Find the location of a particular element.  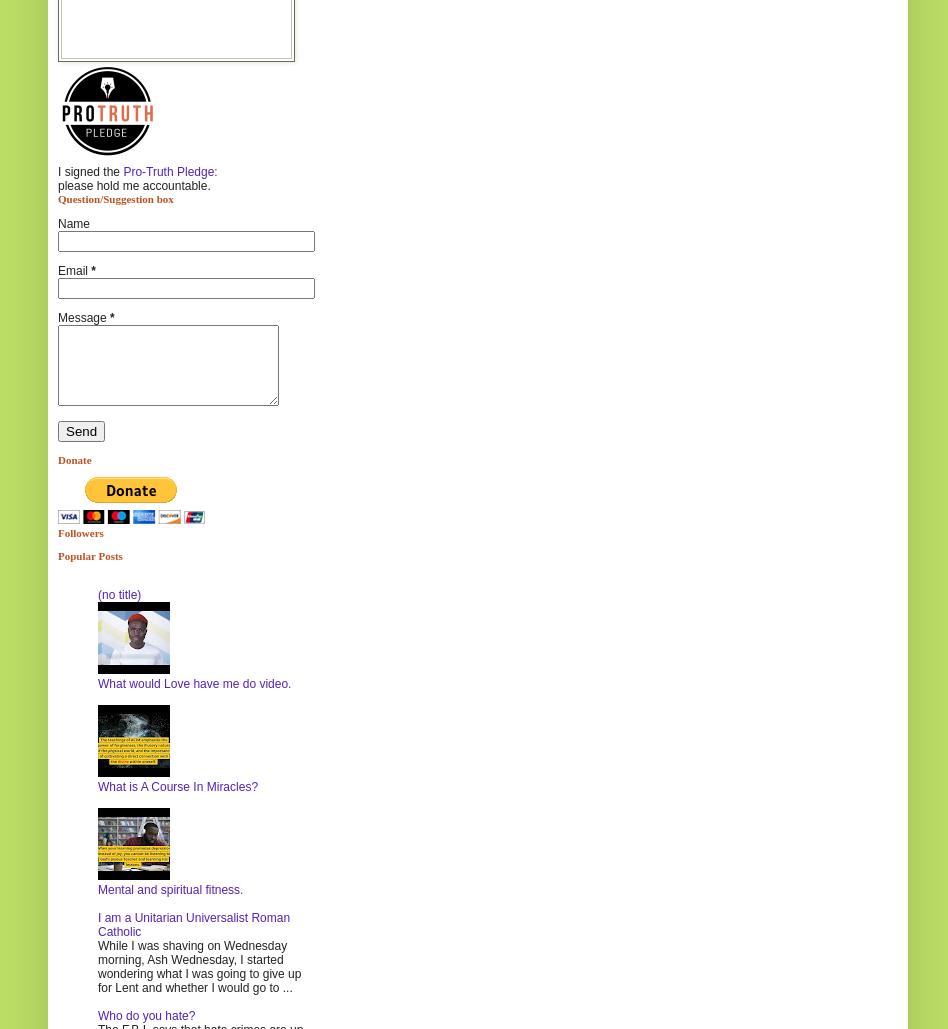

'Message' is located at coordinates (83, 317).